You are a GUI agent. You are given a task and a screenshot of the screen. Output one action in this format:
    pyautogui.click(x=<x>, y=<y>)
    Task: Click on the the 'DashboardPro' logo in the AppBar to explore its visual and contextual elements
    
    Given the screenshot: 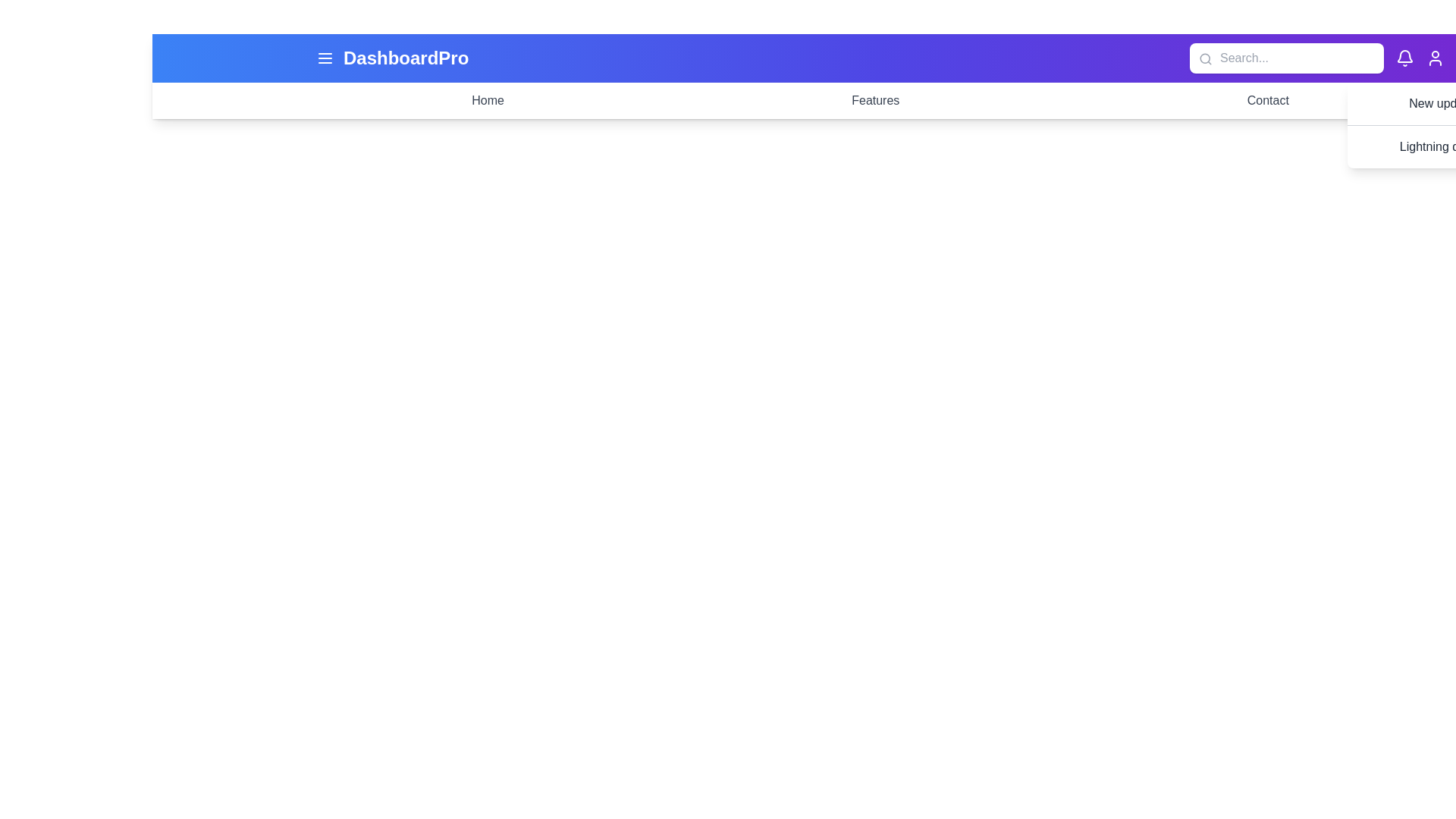 What is the action you would take?
    pyautogui.click(x=406, y=58)
    